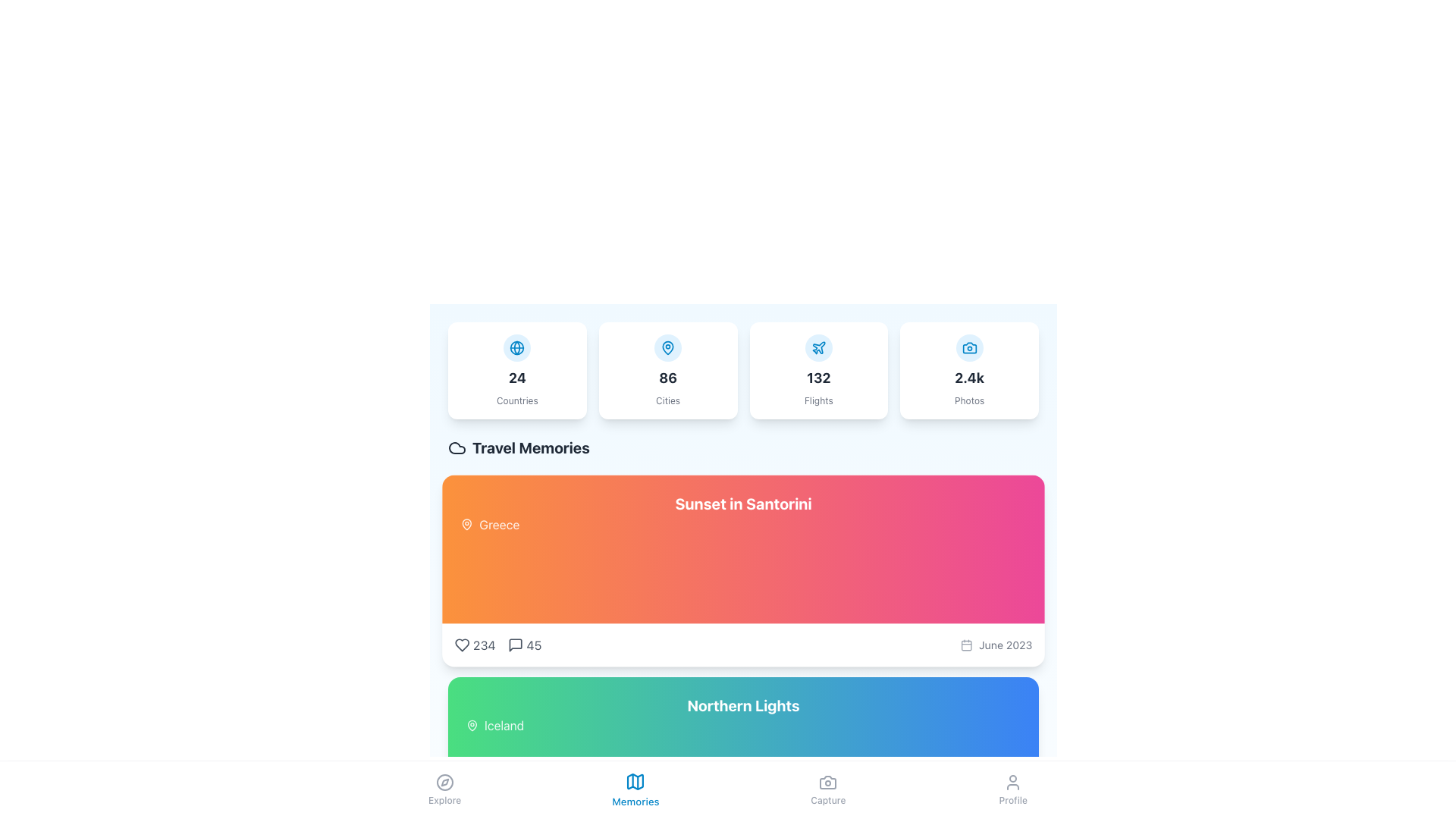  Describe the element at coordinates (1013, 783) in the screenshot. I see `the user profile icon, which is a silhouette outline located in the bottom navigation bar at the far-right position` at that location.